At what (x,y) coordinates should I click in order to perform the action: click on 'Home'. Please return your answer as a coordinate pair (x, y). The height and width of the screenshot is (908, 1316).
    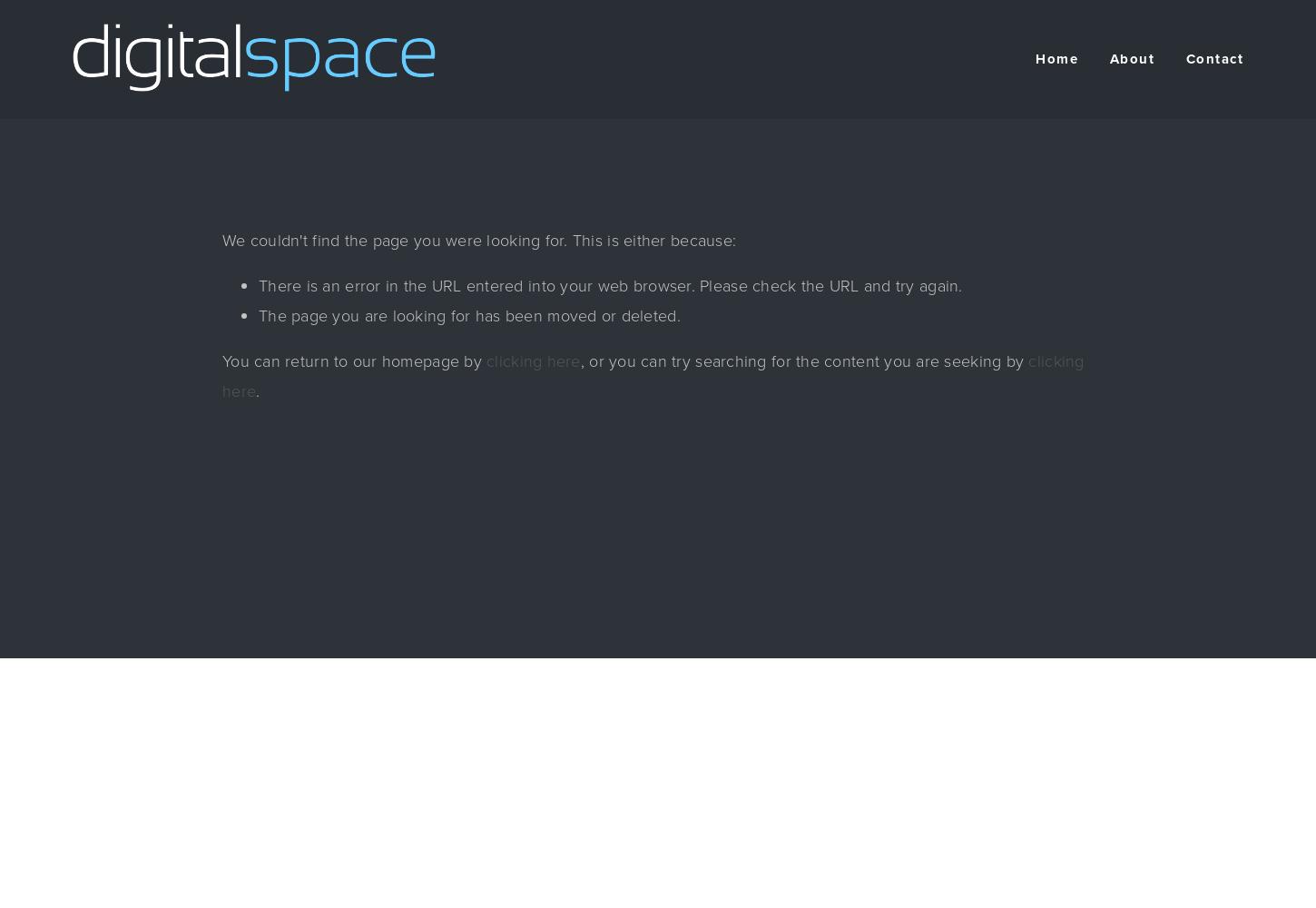
    Looking at the image, I should click on (1056, 58).